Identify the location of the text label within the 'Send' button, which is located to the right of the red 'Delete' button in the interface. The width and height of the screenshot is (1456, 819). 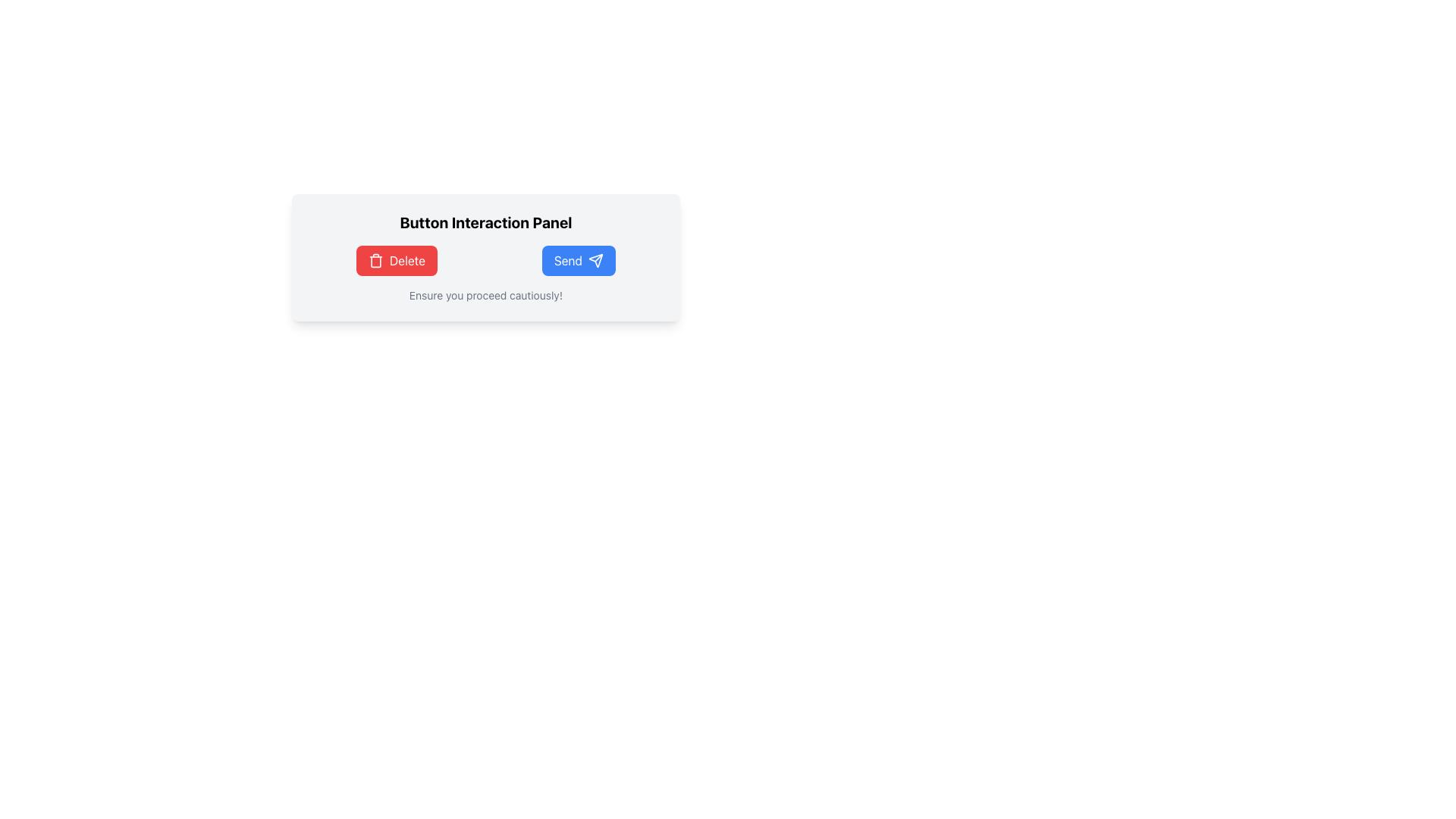
(567, 259).